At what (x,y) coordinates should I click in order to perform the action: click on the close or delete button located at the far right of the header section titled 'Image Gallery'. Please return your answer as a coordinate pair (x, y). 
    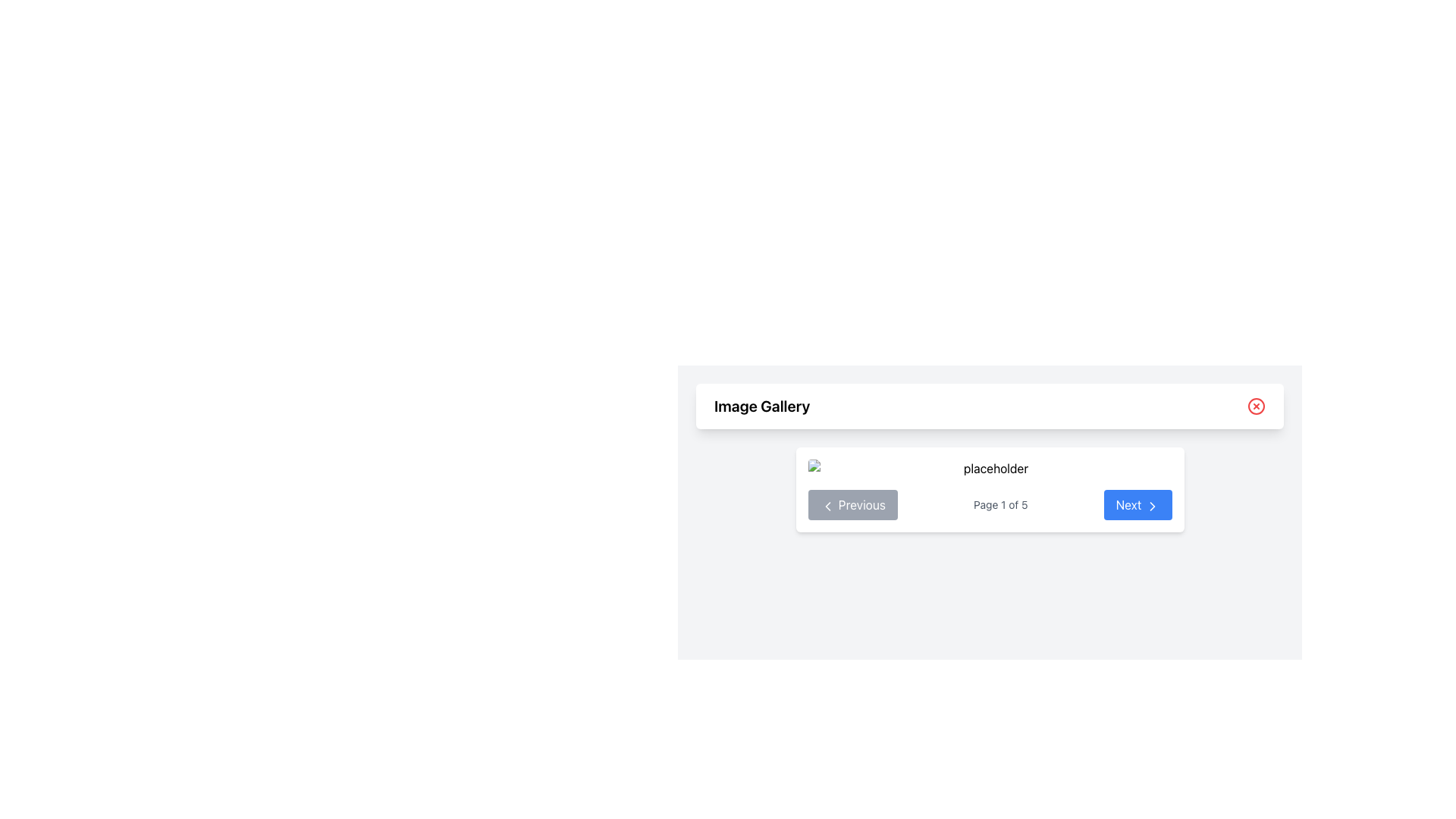
    Looking at the image, I should click on (1256, 406).